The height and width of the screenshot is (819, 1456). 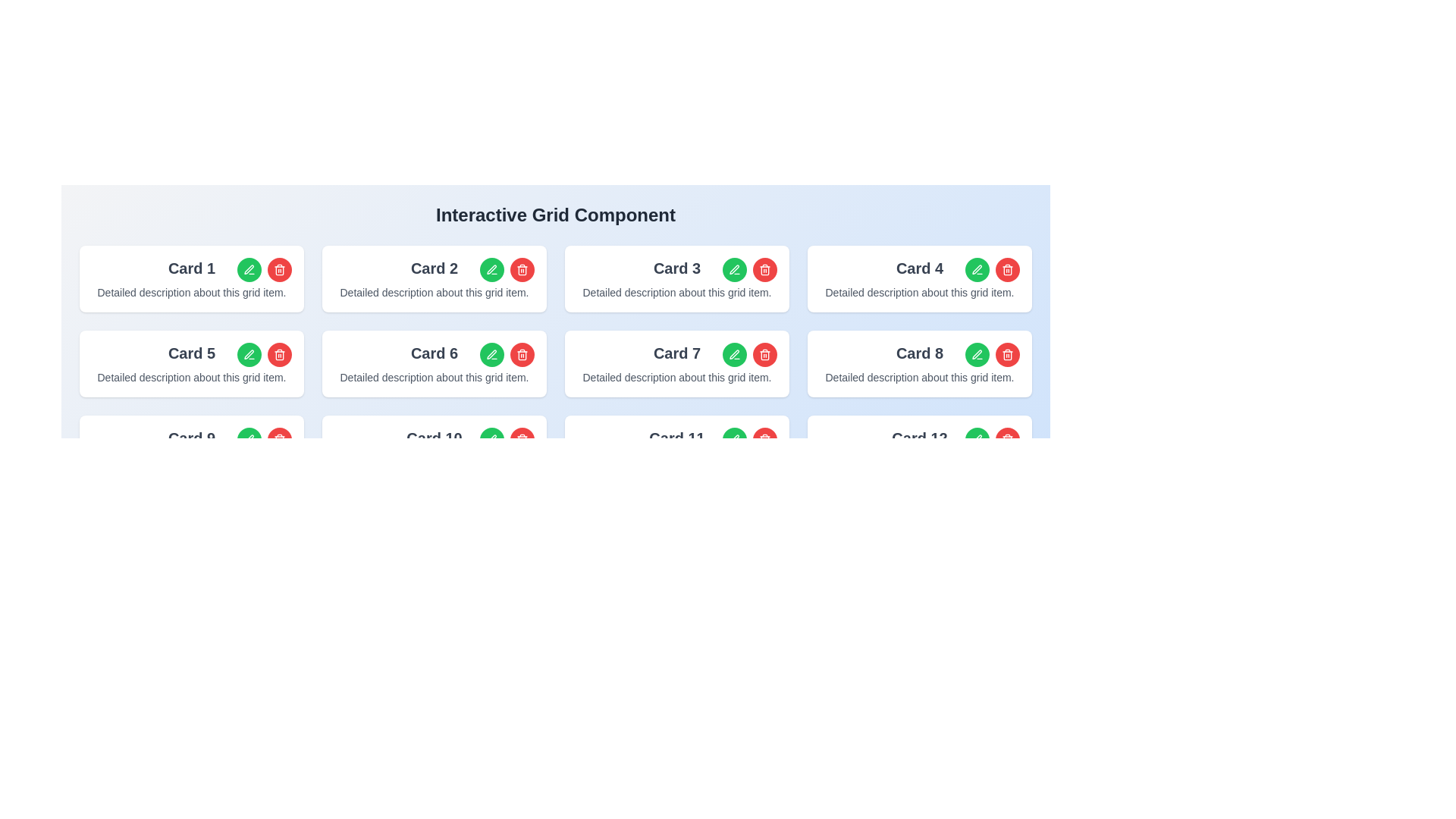 I want to click on the pen or edit tool icon located in the top-right corner of the seventh card in the grid layout, so click(x=734, y=354).